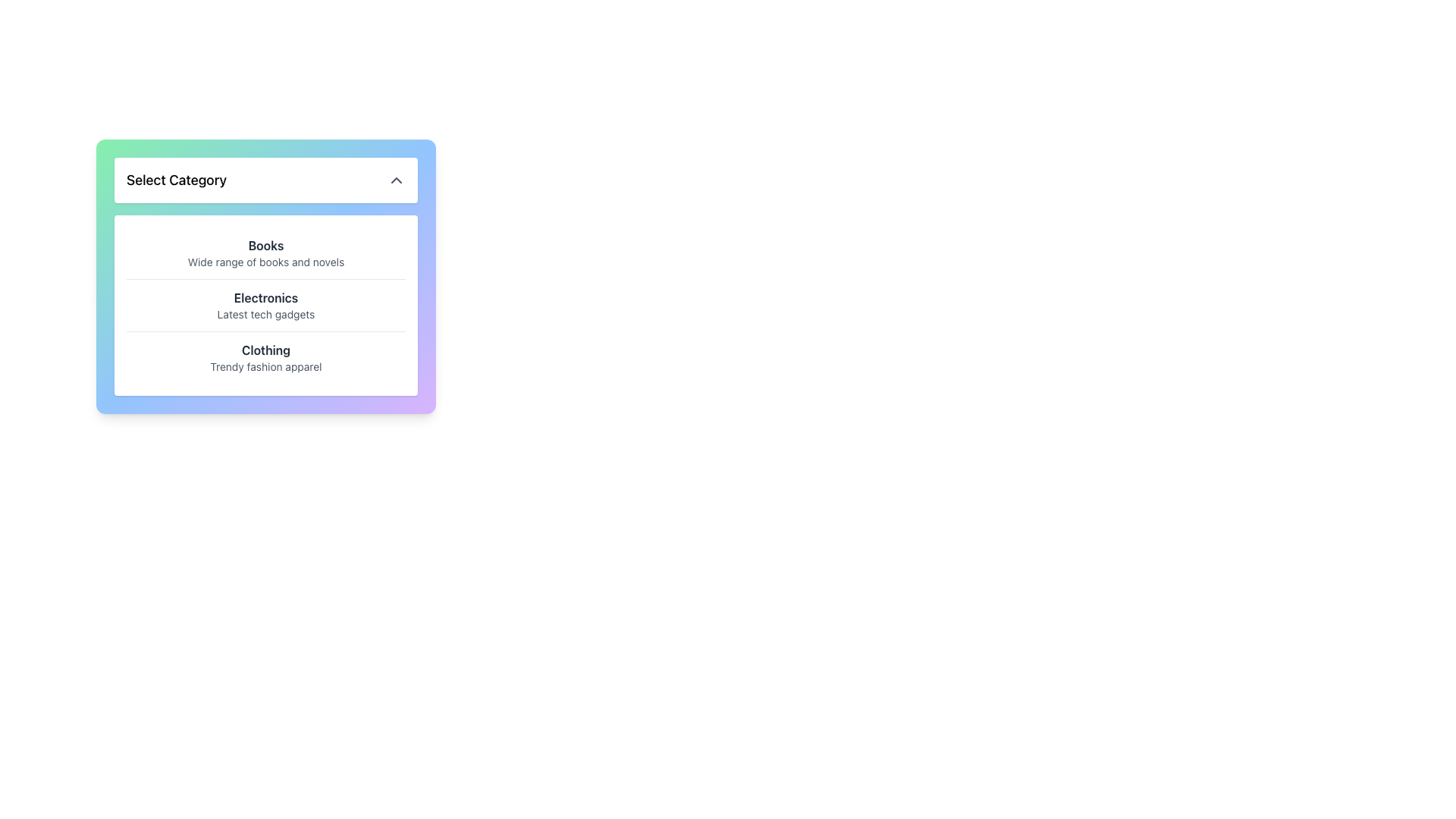  I want to click on the first list item titled 'Books' that has a tagline 'Wide range of books and novels', styled with a bold title and lighter tagline, located within a white background box, so click(265, 253).